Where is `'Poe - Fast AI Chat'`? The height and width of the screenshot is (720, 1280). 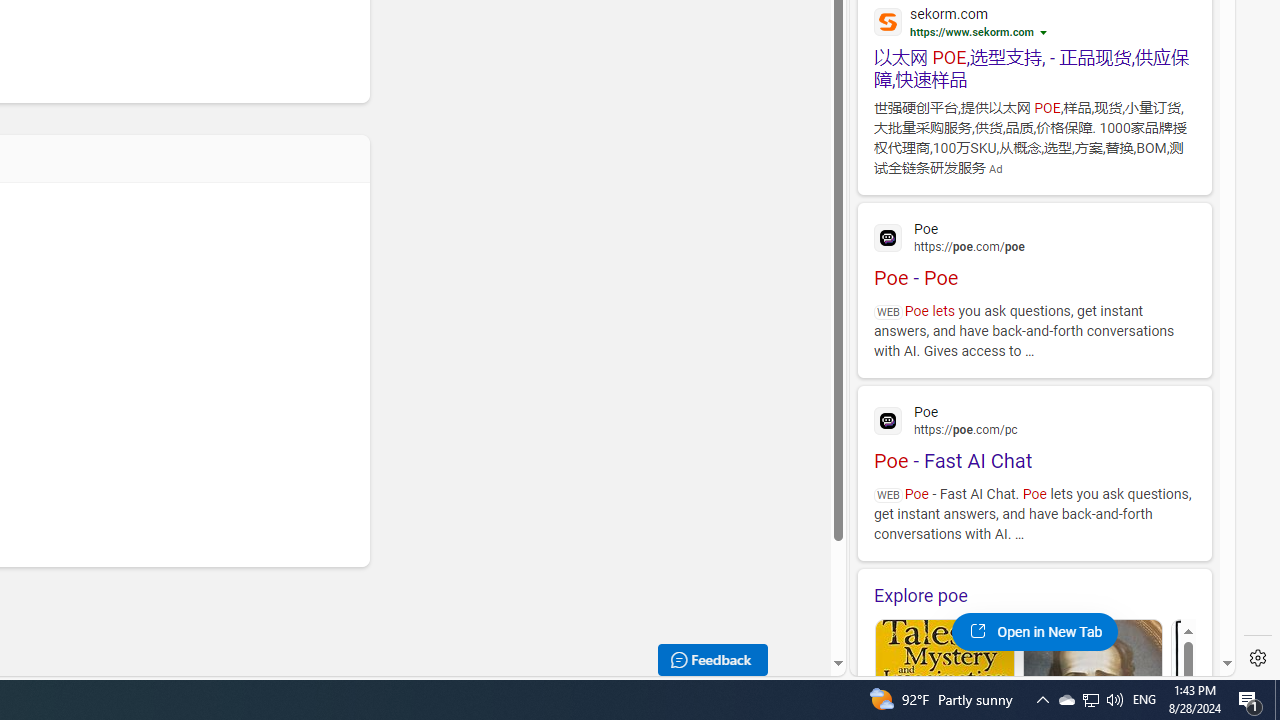 'Poe - Fast AI Chat' is located at coordinates (1034, 434).